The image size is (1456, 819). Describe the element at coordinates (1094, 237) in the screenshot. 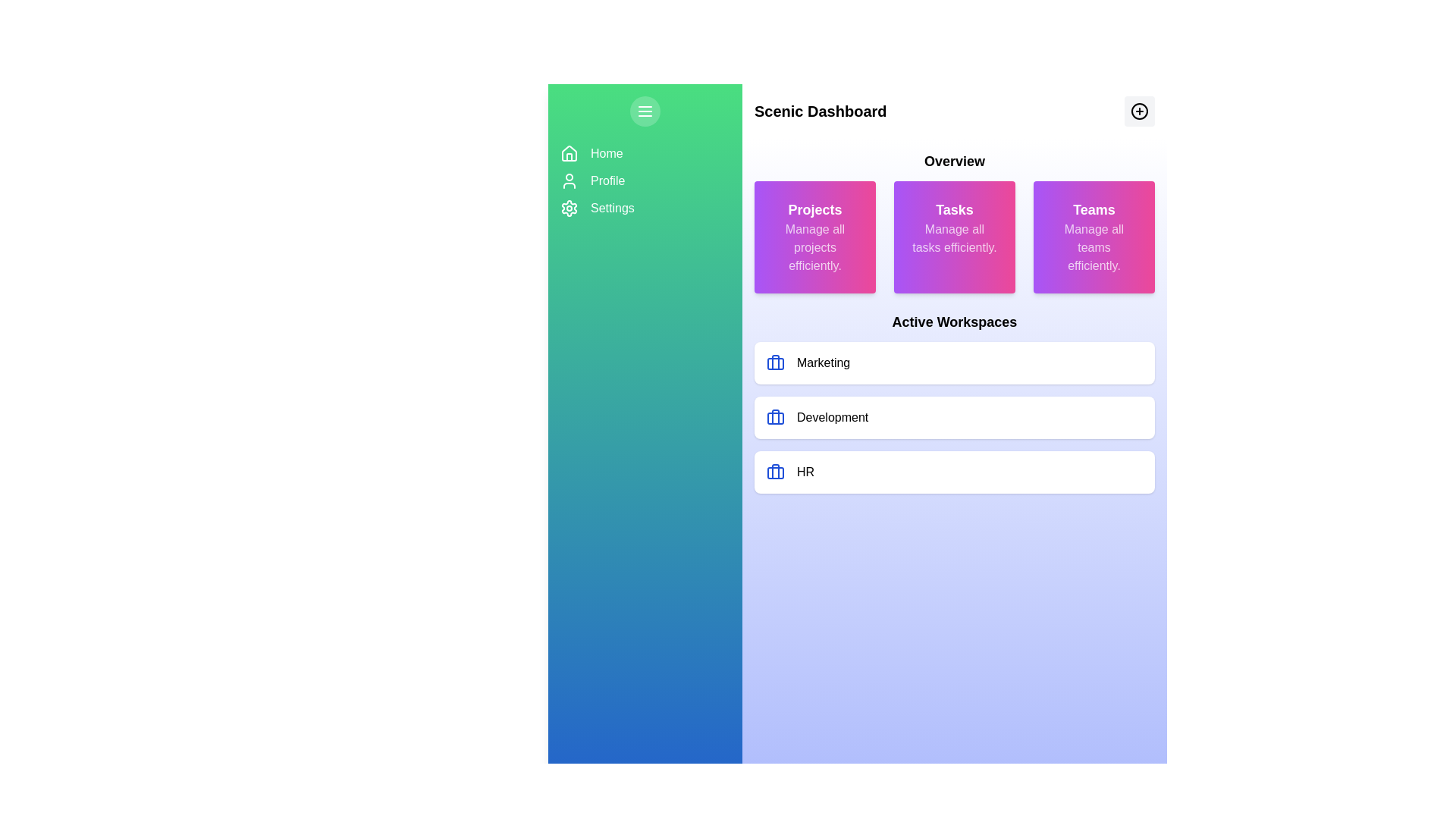

I see `the 'Teams' informative card, which is the third card in a row of three` at that location.